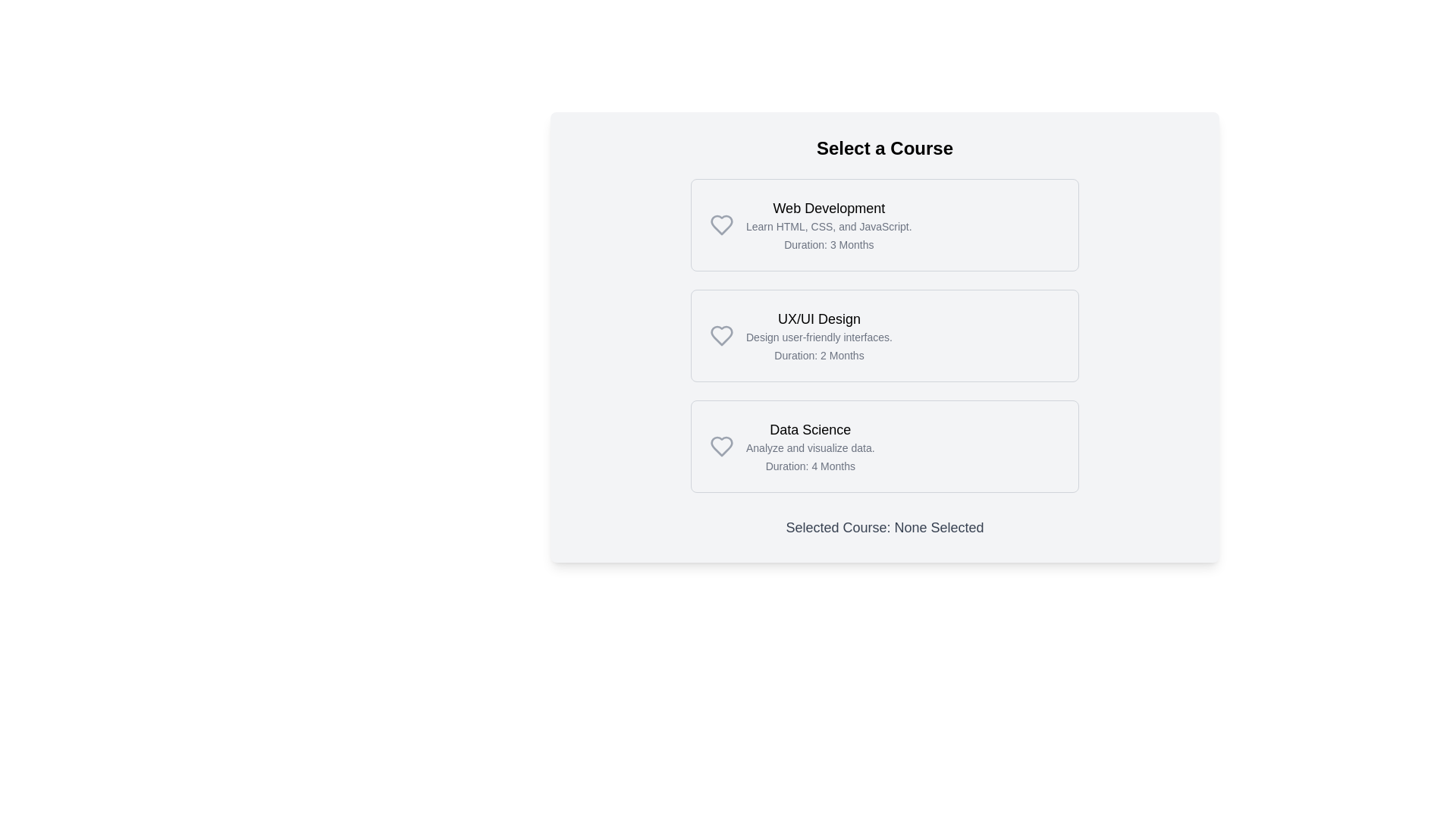 The image size is (1456, 819). What do you see at coordinates (720, 335) in the screenshot?
I see `the heart icon representing the popularity or bookmarking for the 'UX/UI Design' course, which is located to the left of the course text block` at bounding box center [720, 335].